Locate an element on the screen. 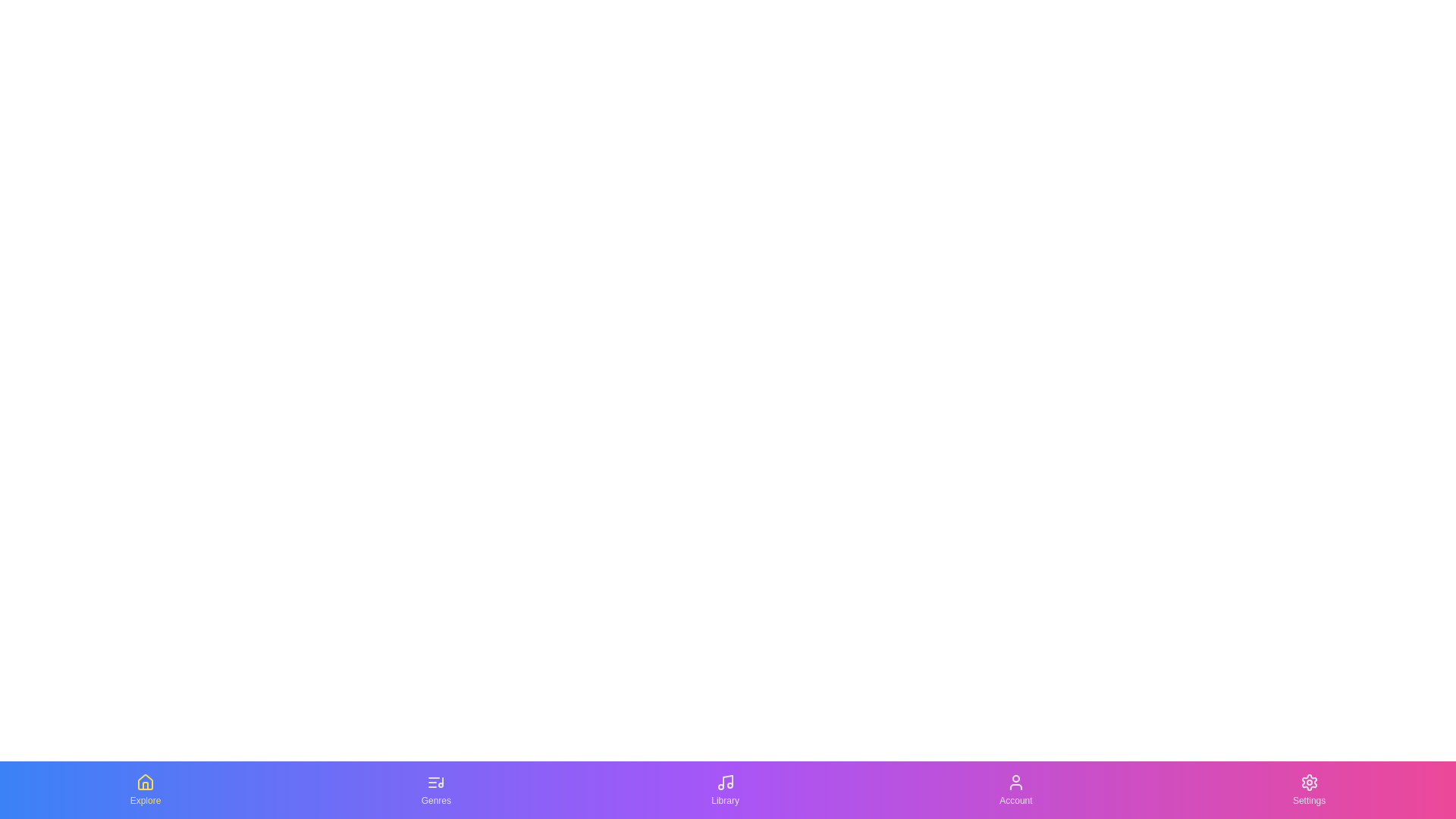 The width and height of the screenshot is (1456, 819). the tab labeled Explore is located at coordinates (145, 789).